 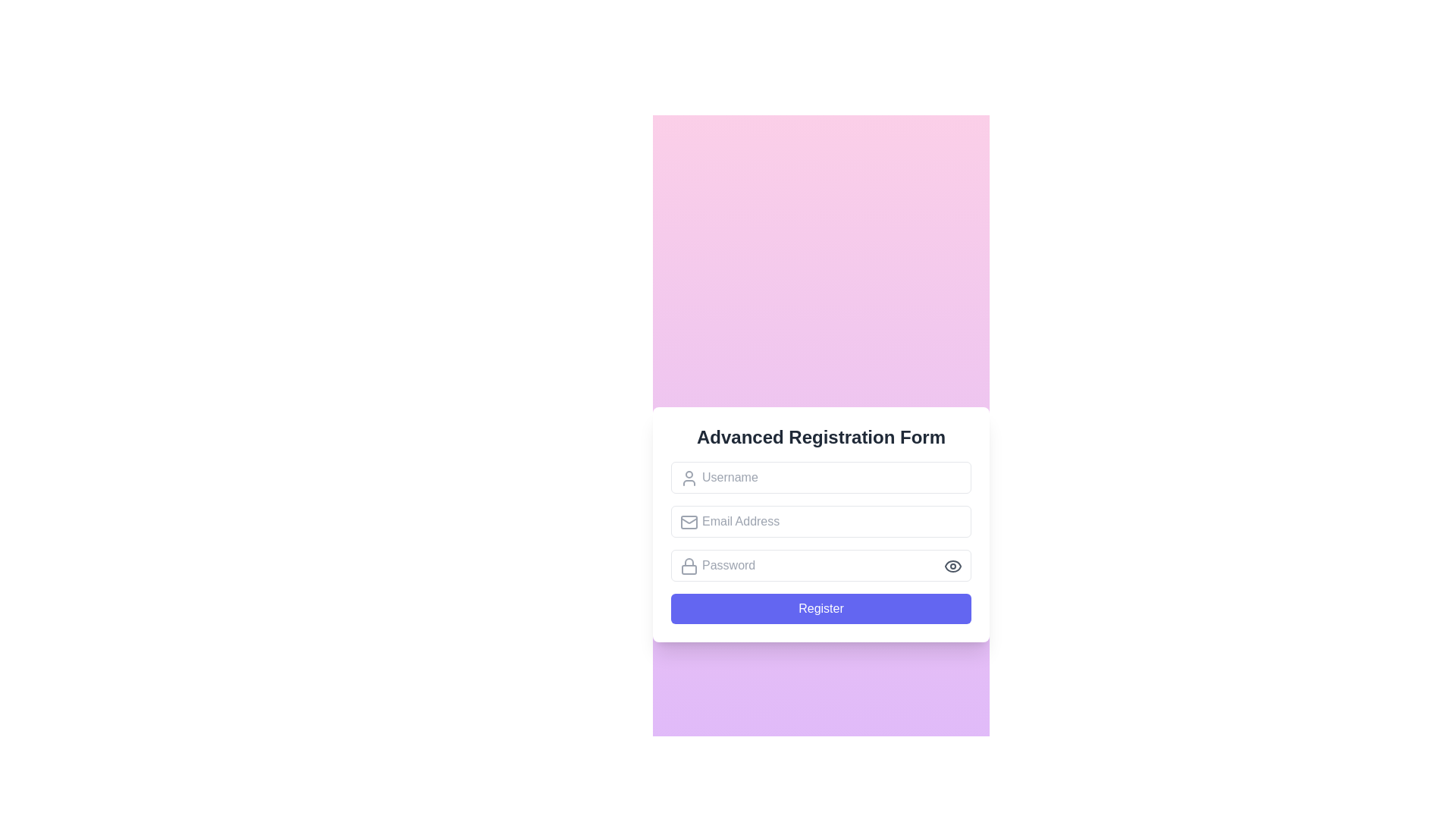 I want to click on the rectangular graphical component styled as an envelope icon, located inside the email input field next to the 'Email Address' placeholder, so click(x=688, y=522).